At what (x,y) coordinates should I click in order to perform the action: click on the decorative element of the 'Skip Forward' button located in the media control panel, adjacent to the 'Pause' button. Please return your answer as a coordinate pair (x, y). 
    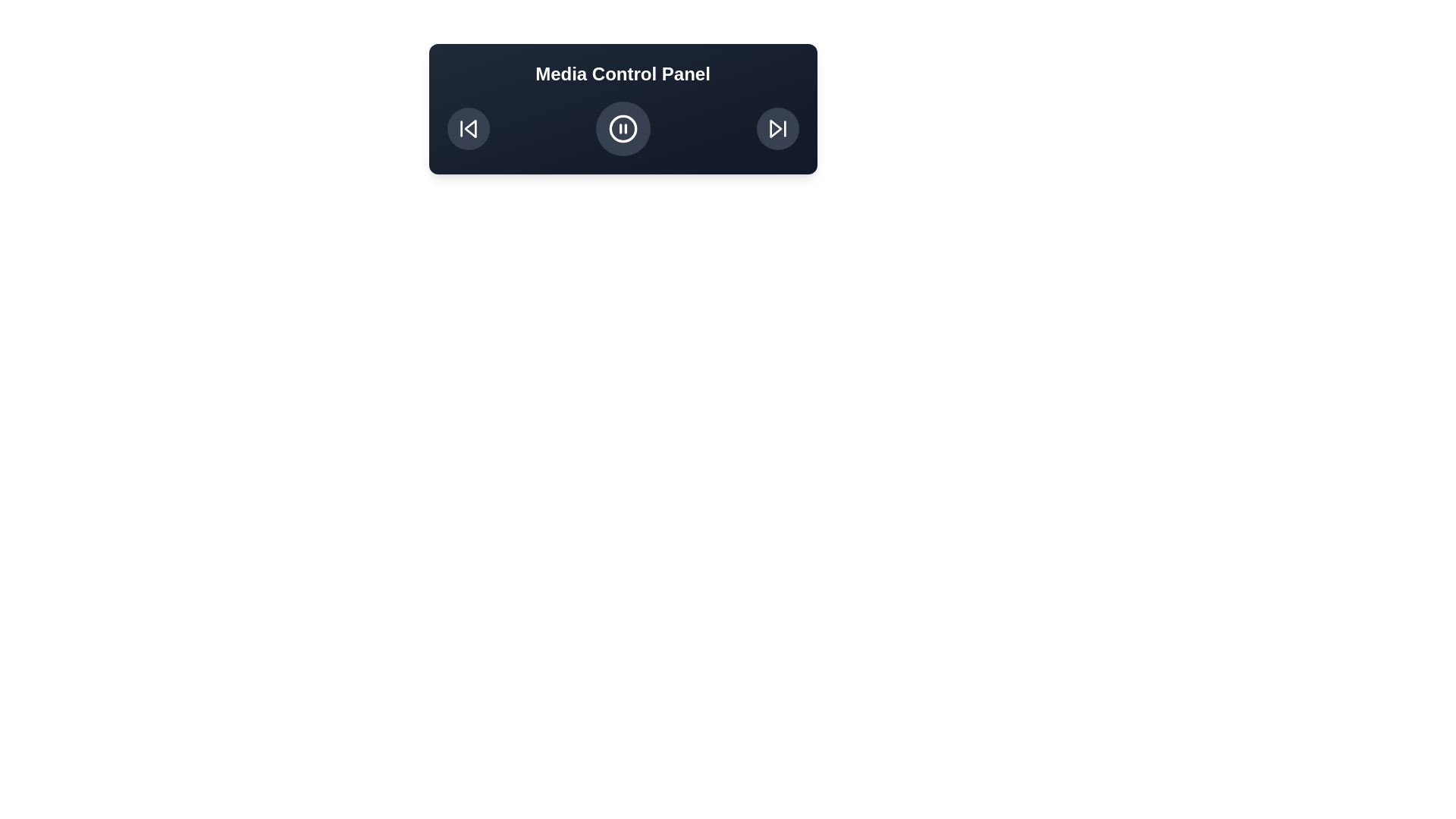
    Looking at the image, I should click on (775, 127).